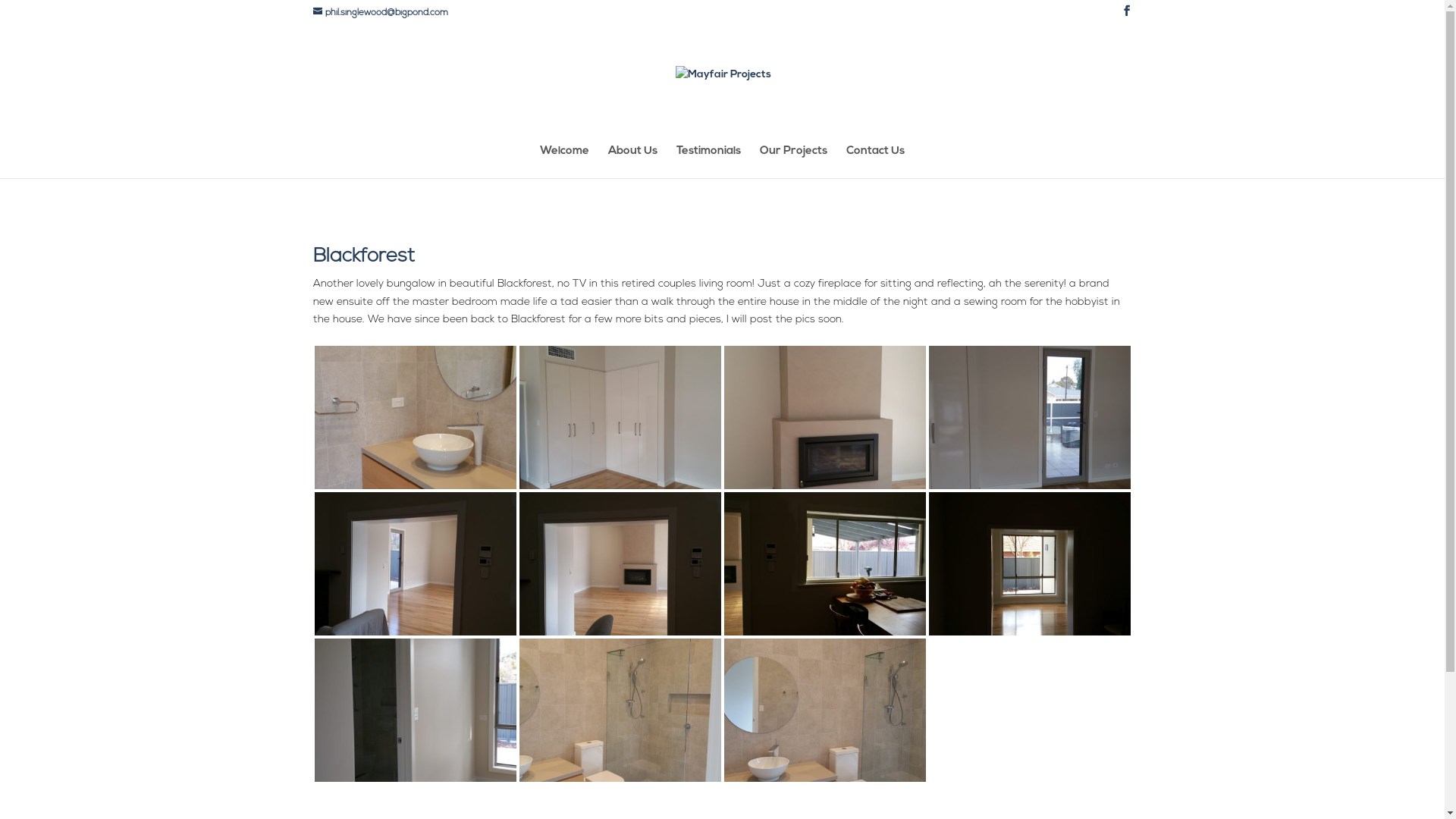 This screenshot has height=819, width=1456. I want to click on 'phil.singlewood@bigpond.com', so click(379, 12).